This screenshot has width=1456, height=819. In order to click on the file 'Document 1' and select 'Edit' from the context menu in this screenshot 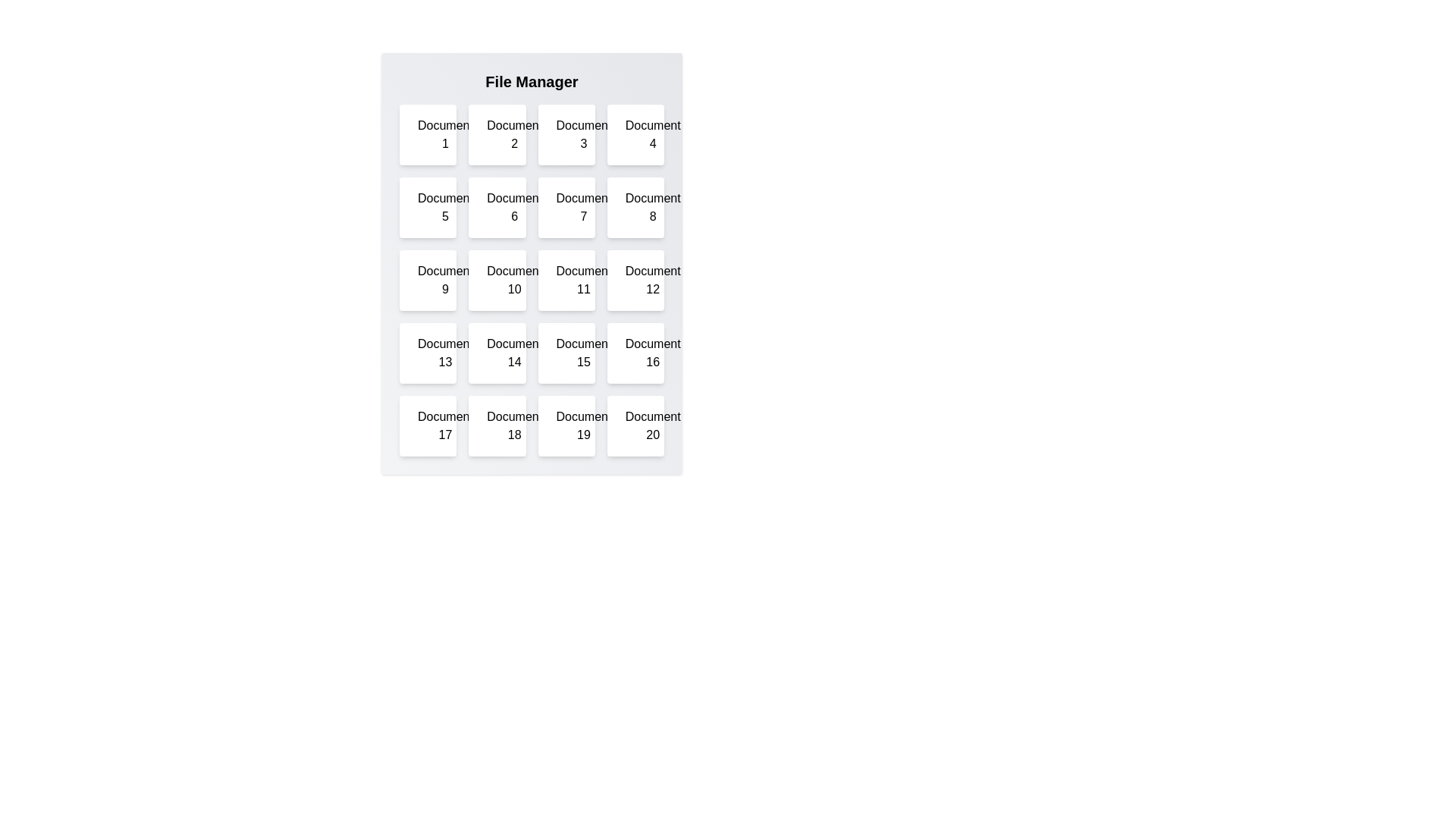, I will do `click(427, 133)`.